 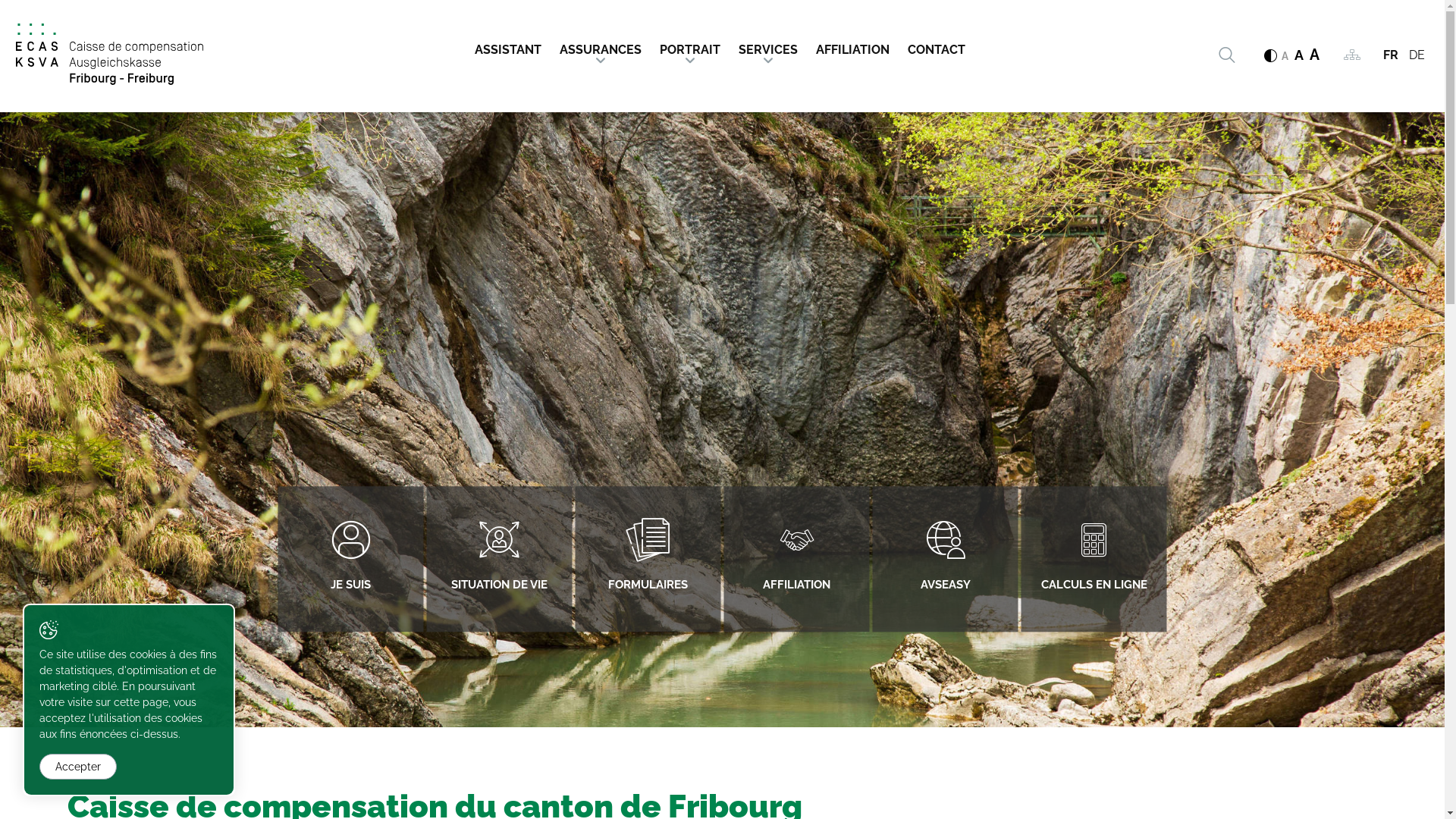 I want to click on 'CONTACT', so click(x=934, y=44).